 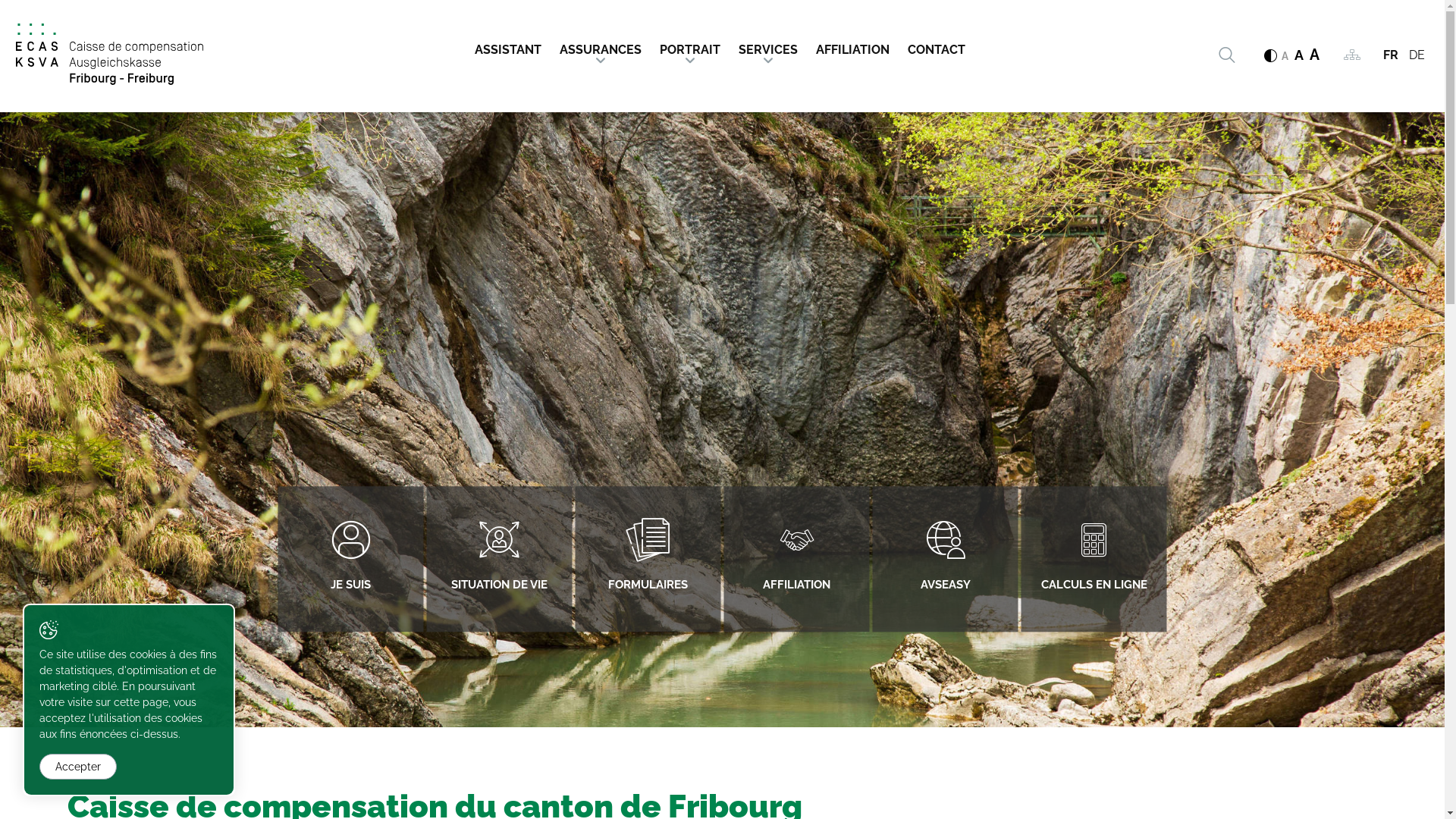 I want to click on 'CONTACT', so click(x=934, y=44).